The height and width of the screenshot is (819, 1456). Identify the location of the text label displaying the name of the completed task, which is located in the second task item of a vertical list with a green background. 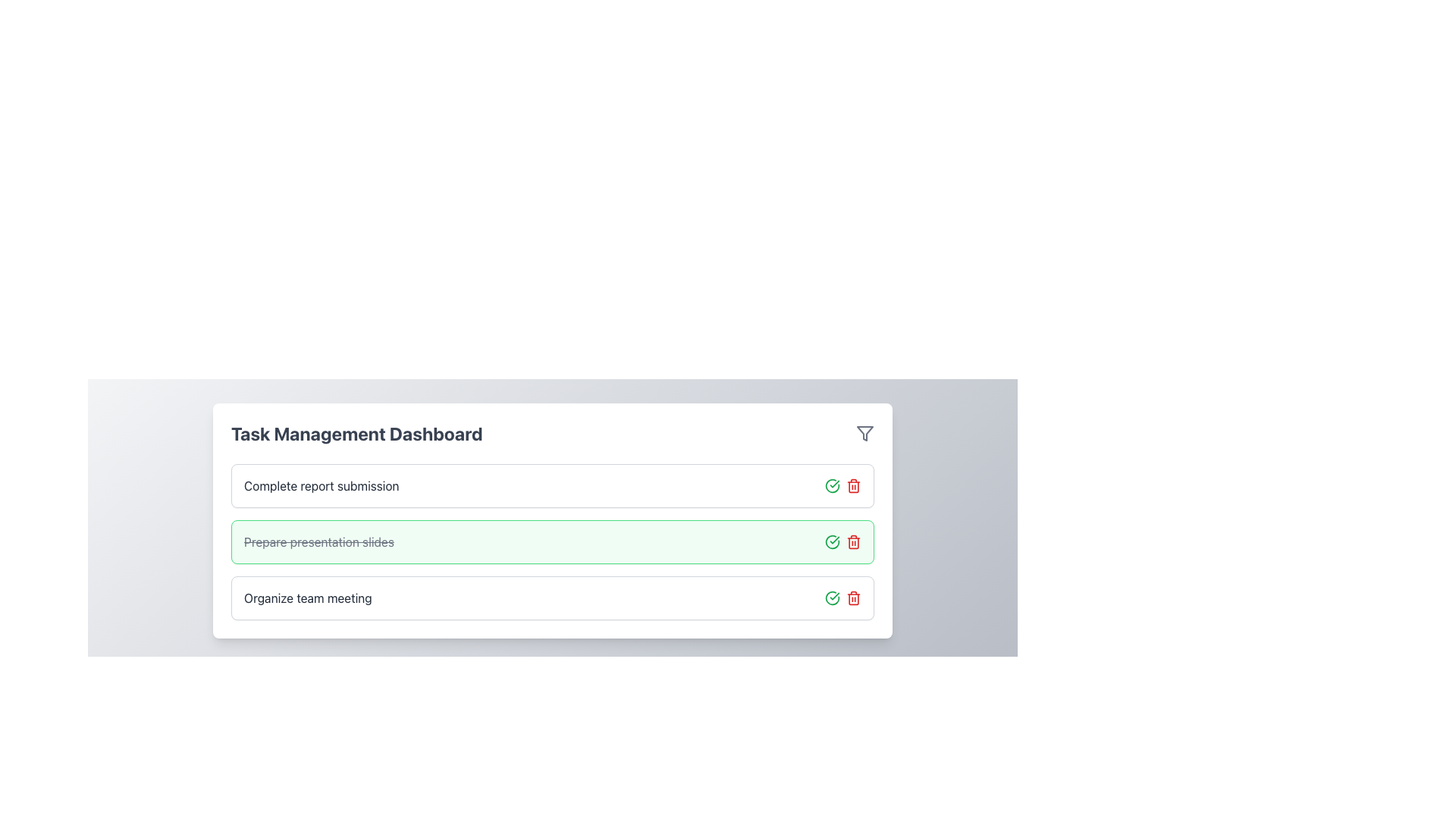
(318, 541).